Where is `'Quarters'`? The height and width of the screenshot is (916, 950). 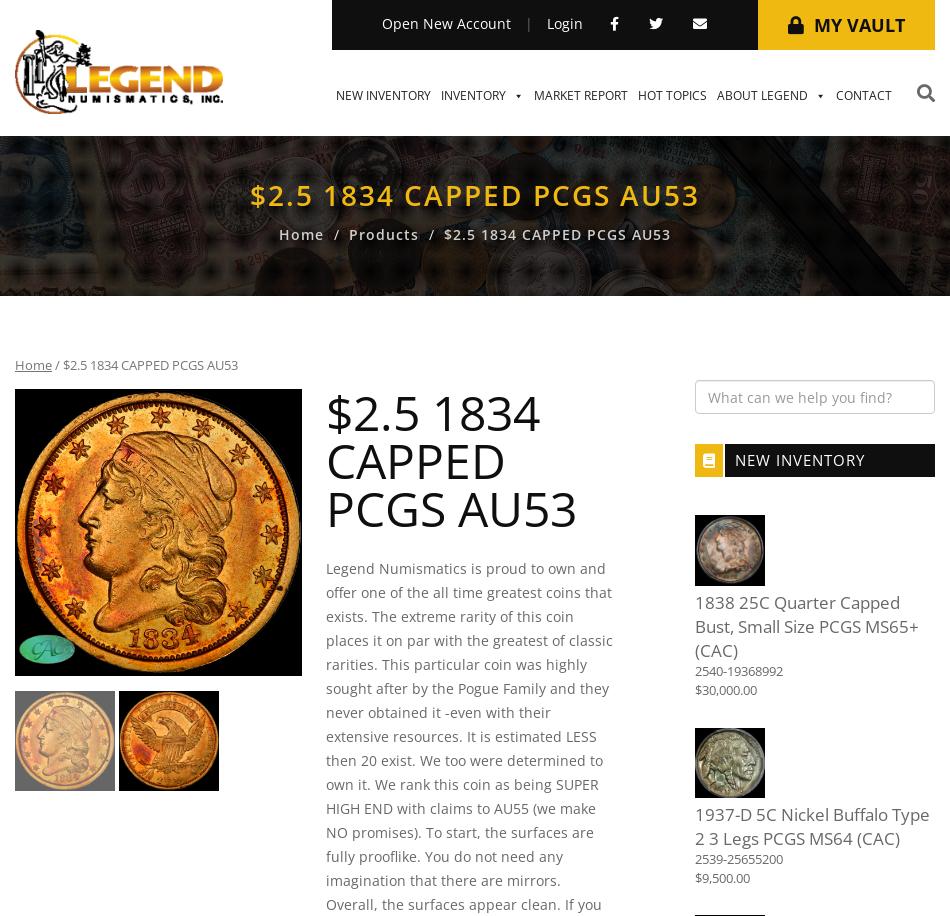 'Quarters' is located at coordinates (676, 850).